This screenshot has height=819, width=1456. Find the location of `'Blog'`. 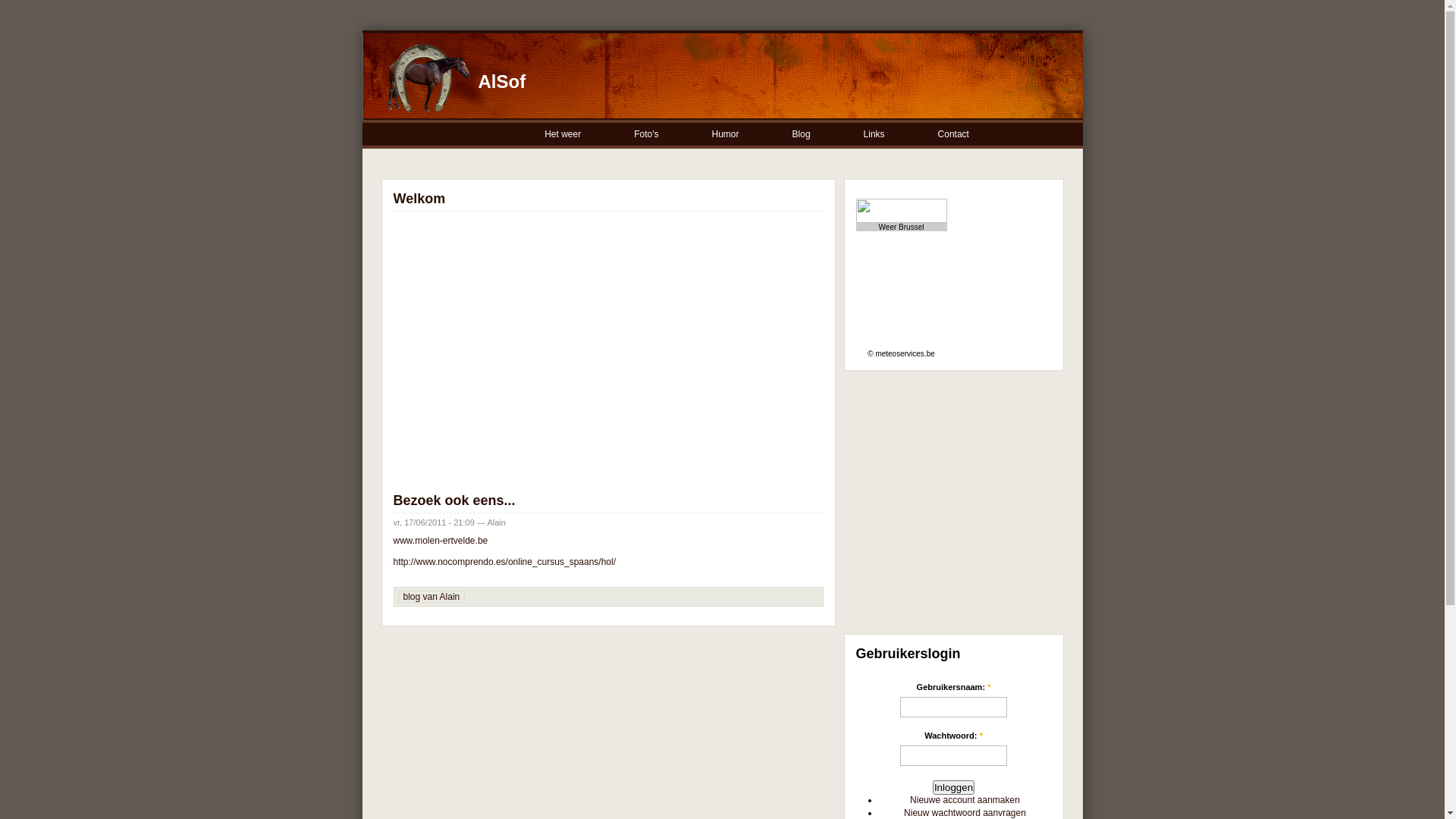

'Blog' is located at coordinates (801, 133).